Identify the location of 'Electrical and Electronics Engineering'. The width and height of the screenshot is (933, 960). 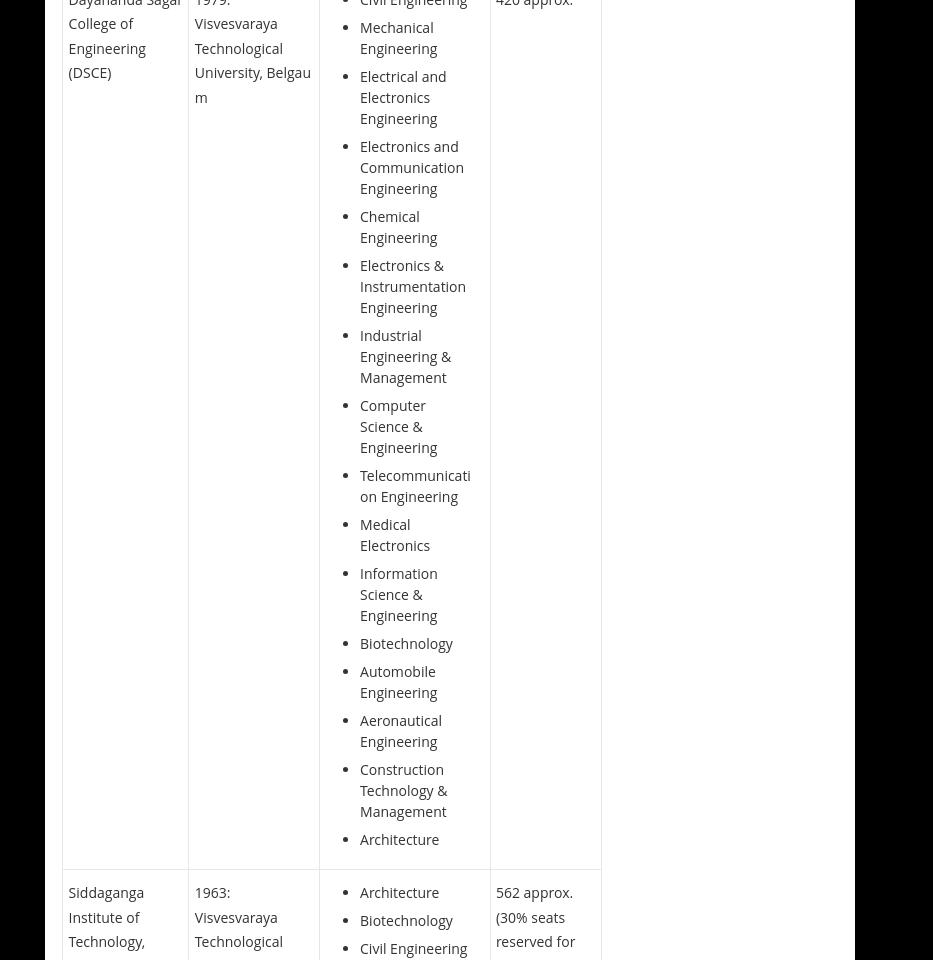
(402, 96).